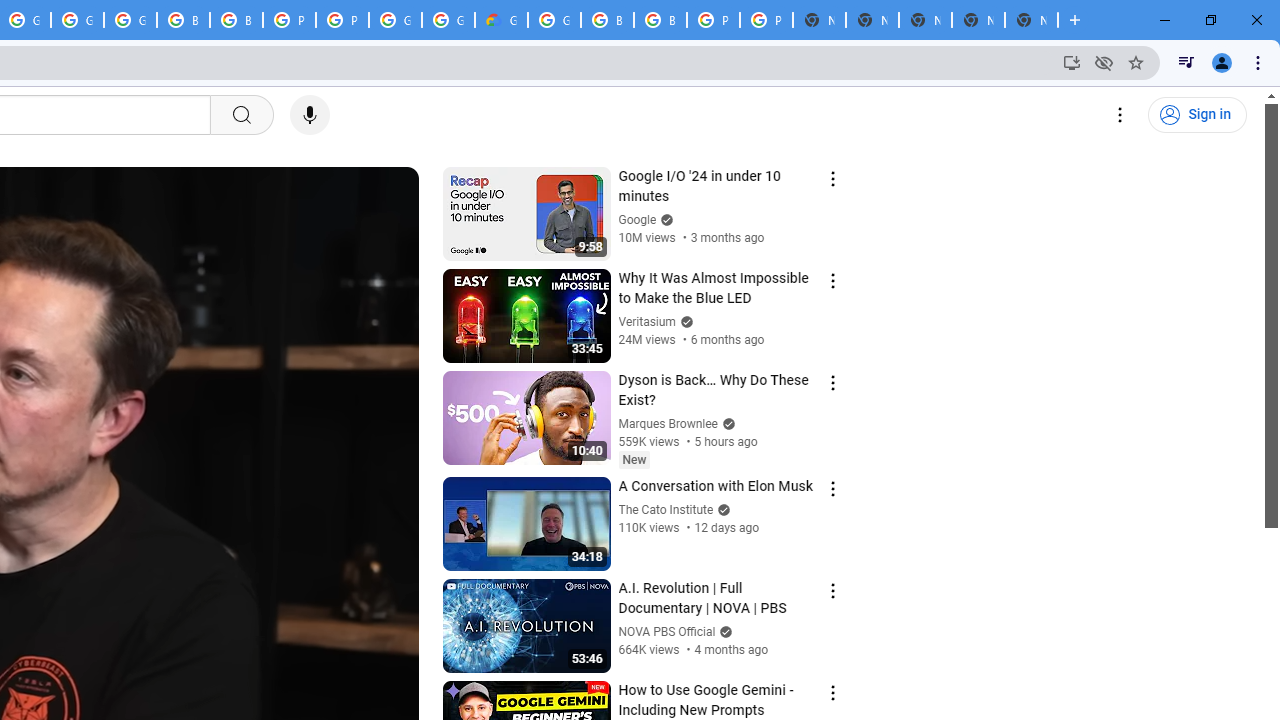 This screenshot has height=720, width=1280. Describe the element at coordinates (395, 20) in the screenshot. I see `'Google Cloud Platform'` at that location.